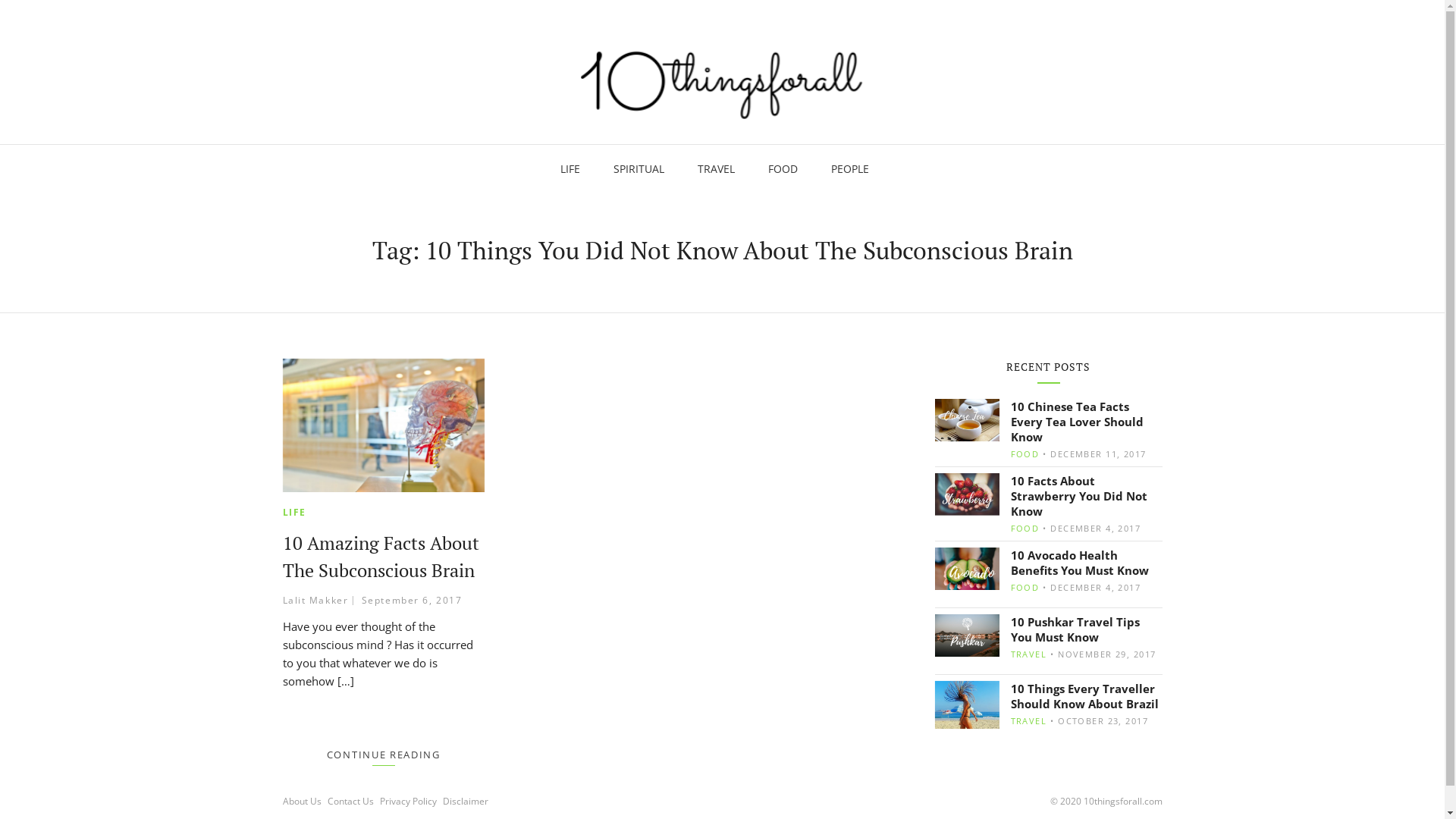 This screenshot has height=819, width=1456. Describe the element at coordinates (409, 800) in the screenshot. I see `'Privacy Policy'` at that location.